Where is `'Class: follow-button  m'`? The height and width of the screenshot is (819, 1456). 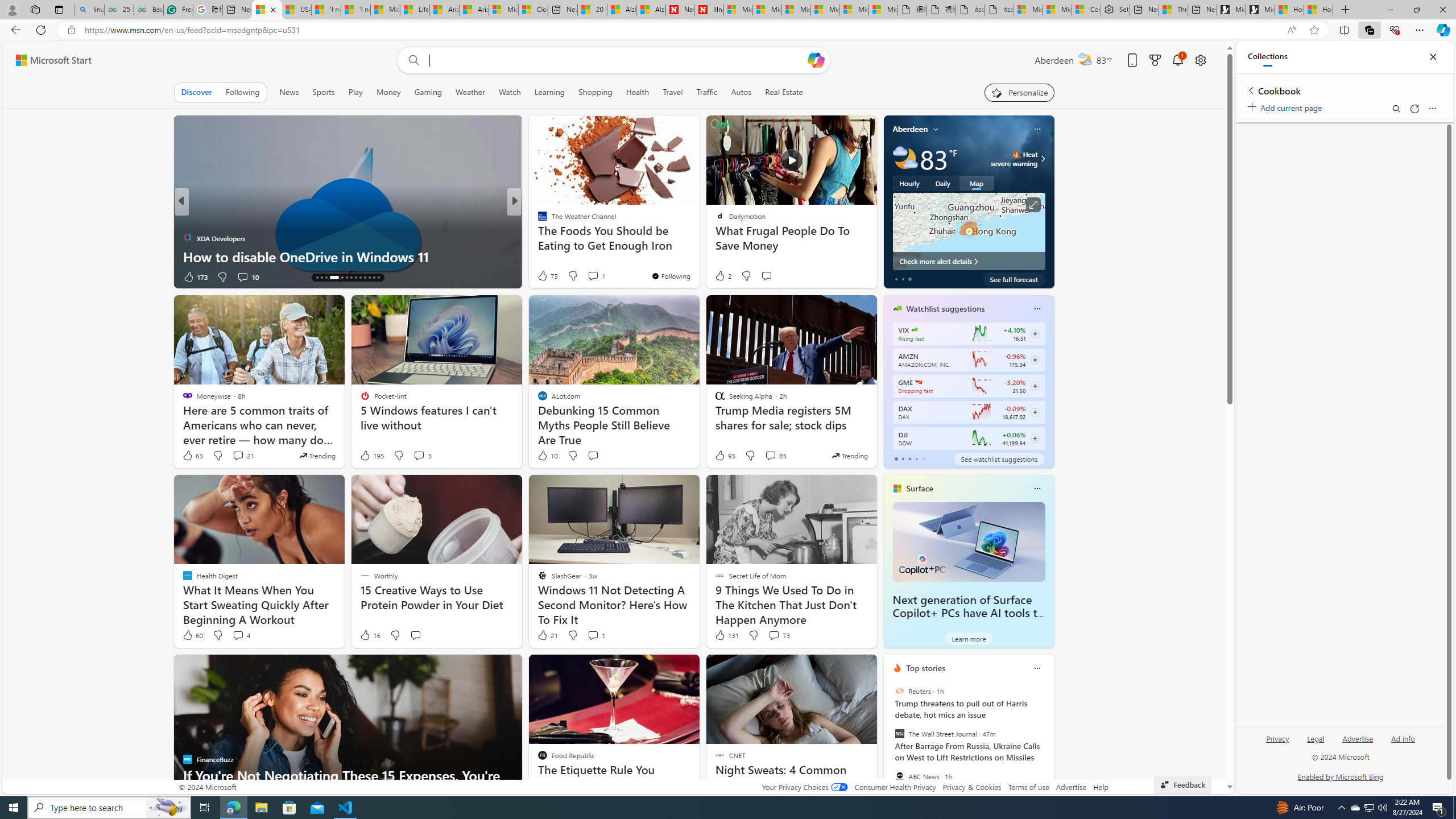
'Class: follow-button  m' is located at coordinates (1034, 438).